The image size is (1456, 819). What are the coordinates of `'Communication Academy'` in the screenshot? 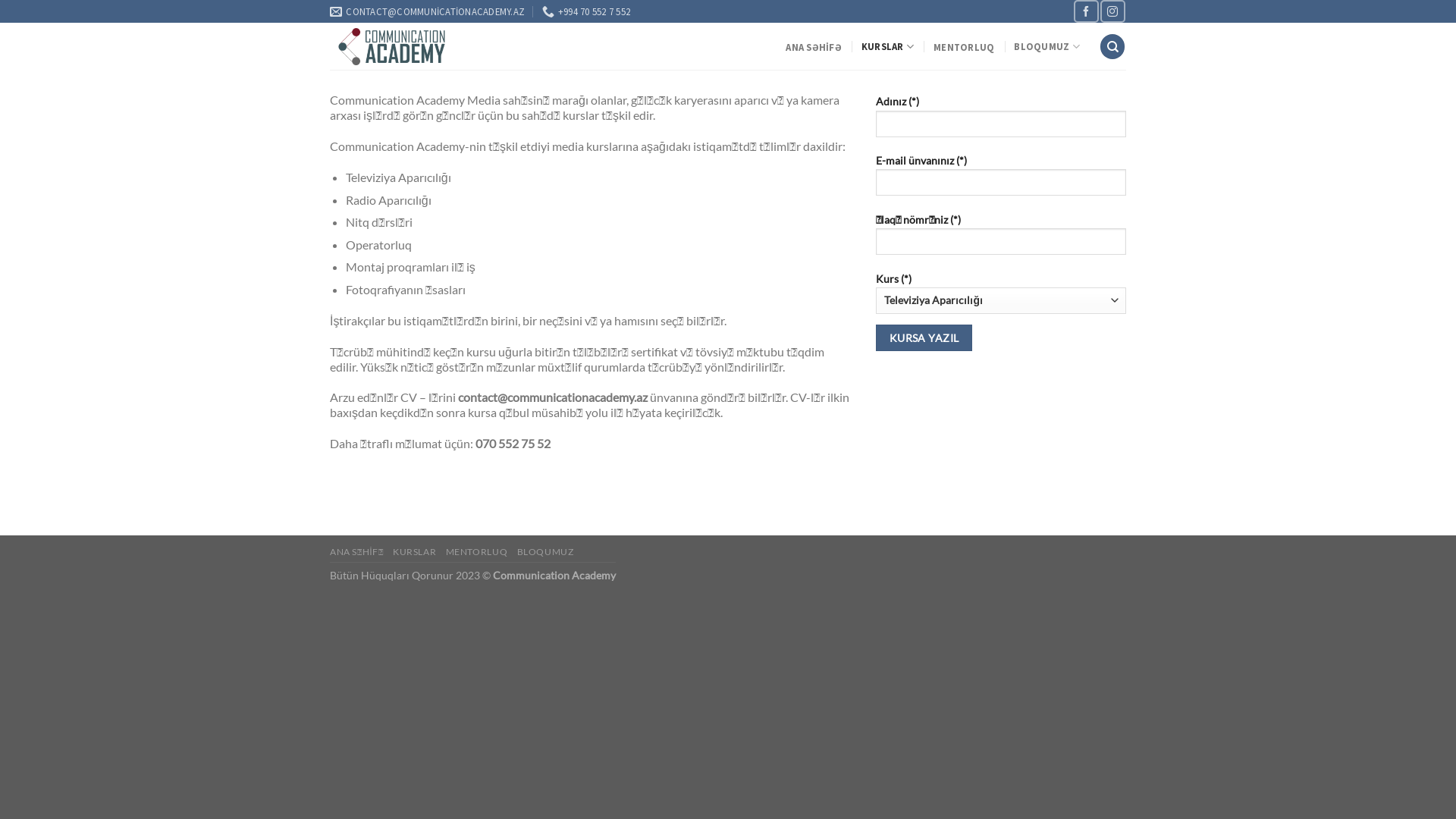 It's located at (393, 45).